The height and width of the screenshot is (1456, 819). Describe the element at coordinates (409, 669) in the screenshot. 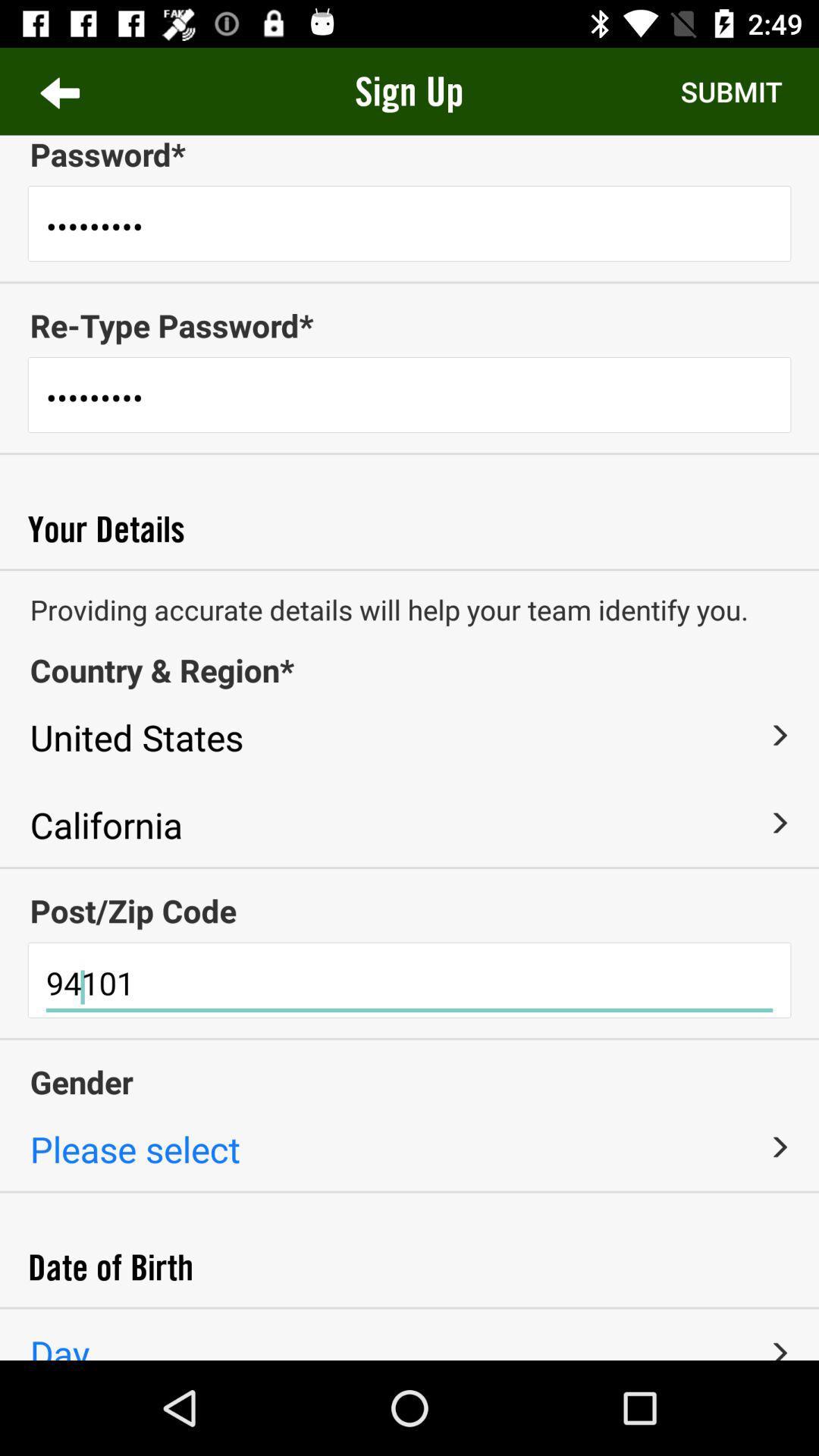

I see `country & region* item` at that location.